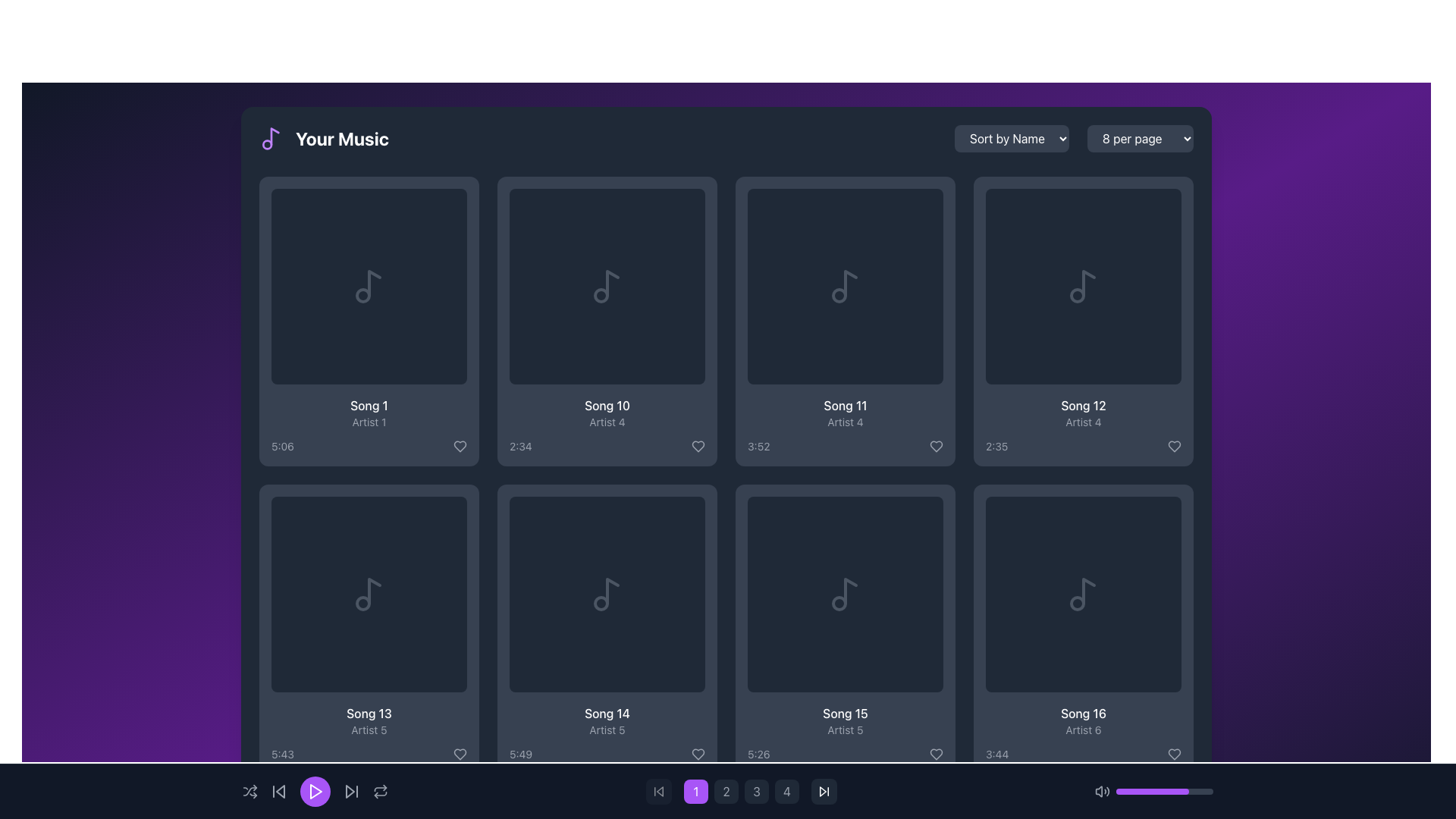  I want to click on musical note icon styled in gray located in the top-left song card of the grid layout, so click(369, 287).